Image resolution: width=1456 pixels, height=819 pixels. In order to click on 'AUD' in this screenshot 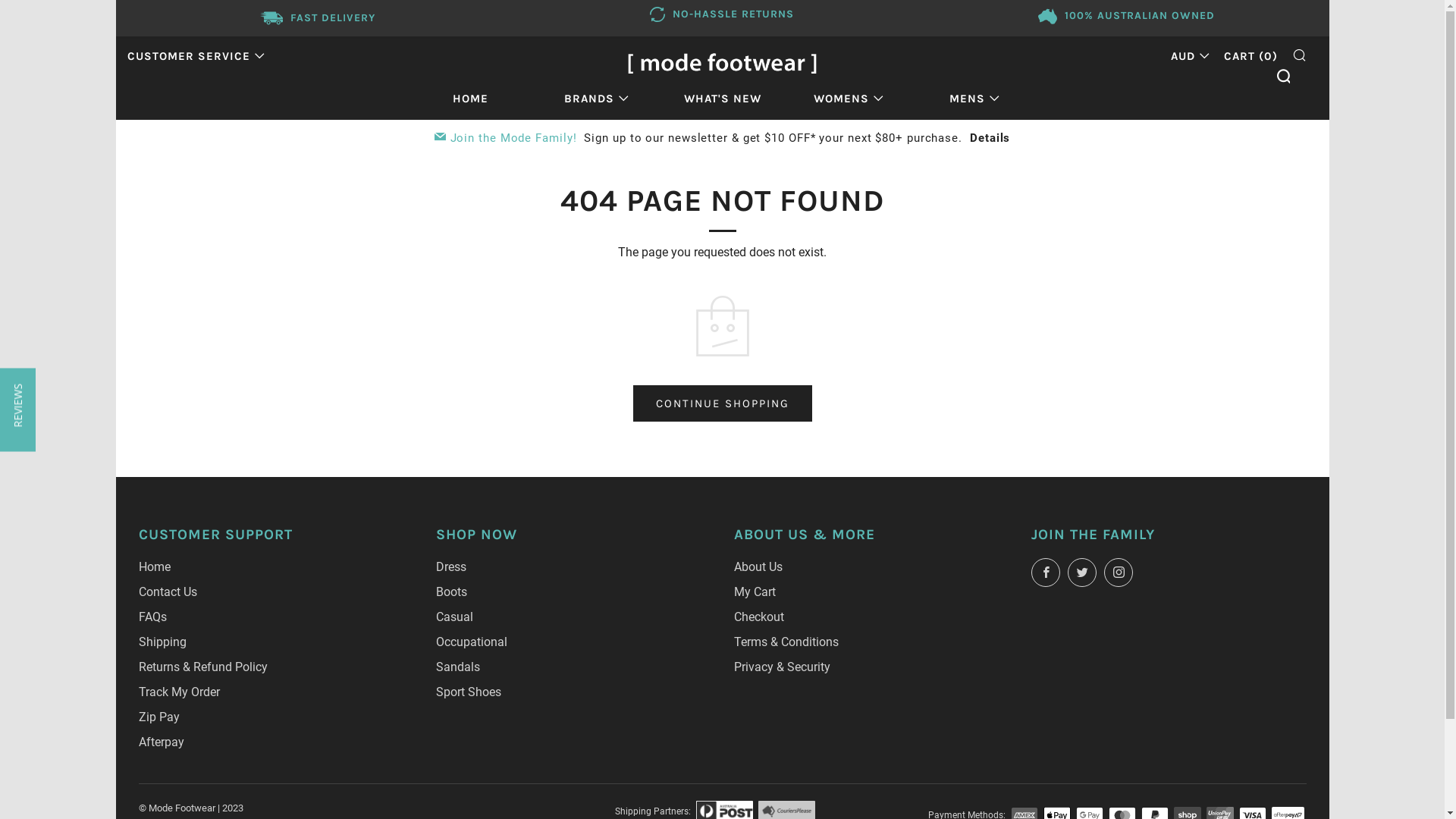, I will do `click(1185, 55)`.